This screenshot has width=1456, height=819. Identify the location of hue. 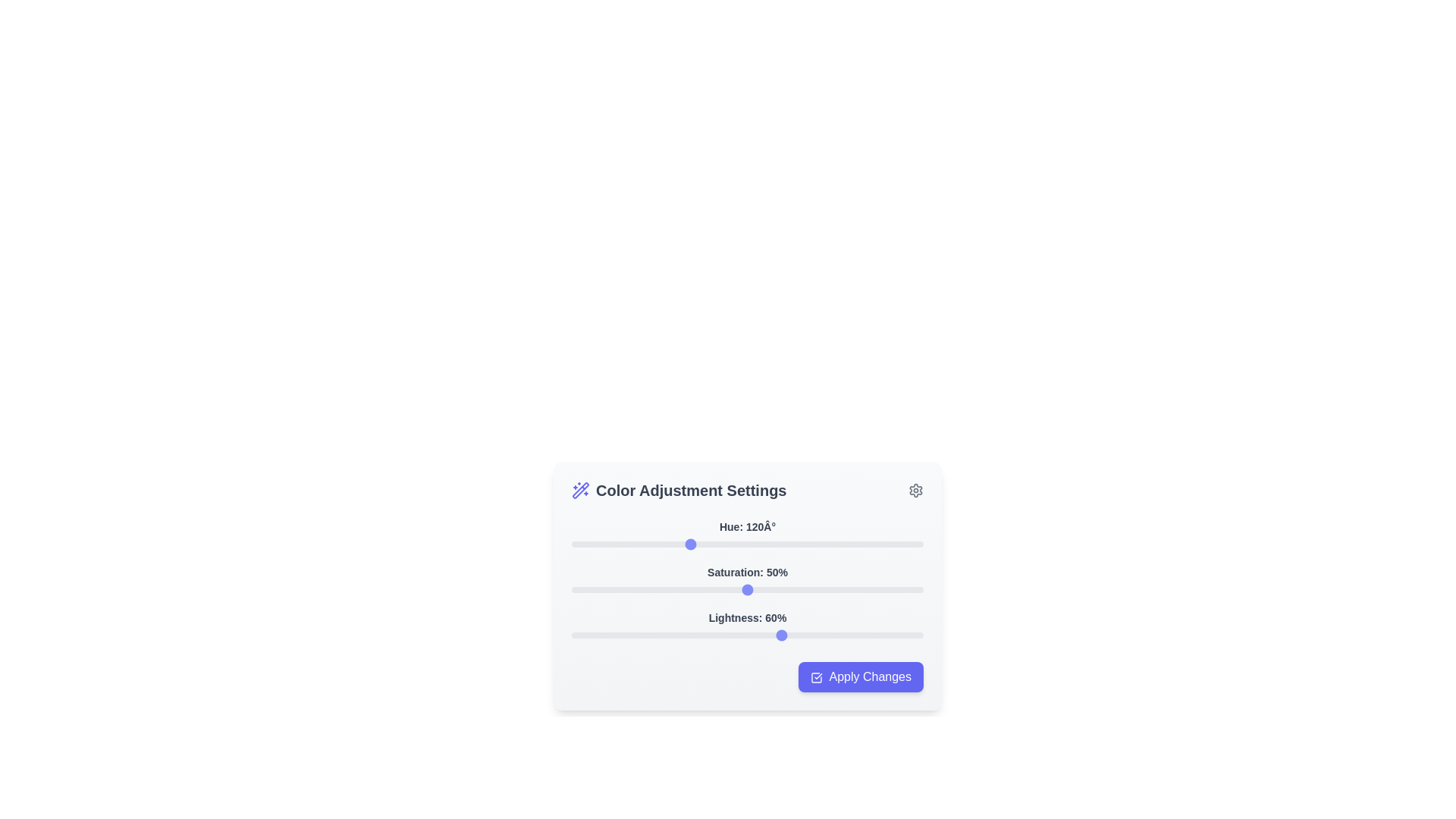
(600, 543).